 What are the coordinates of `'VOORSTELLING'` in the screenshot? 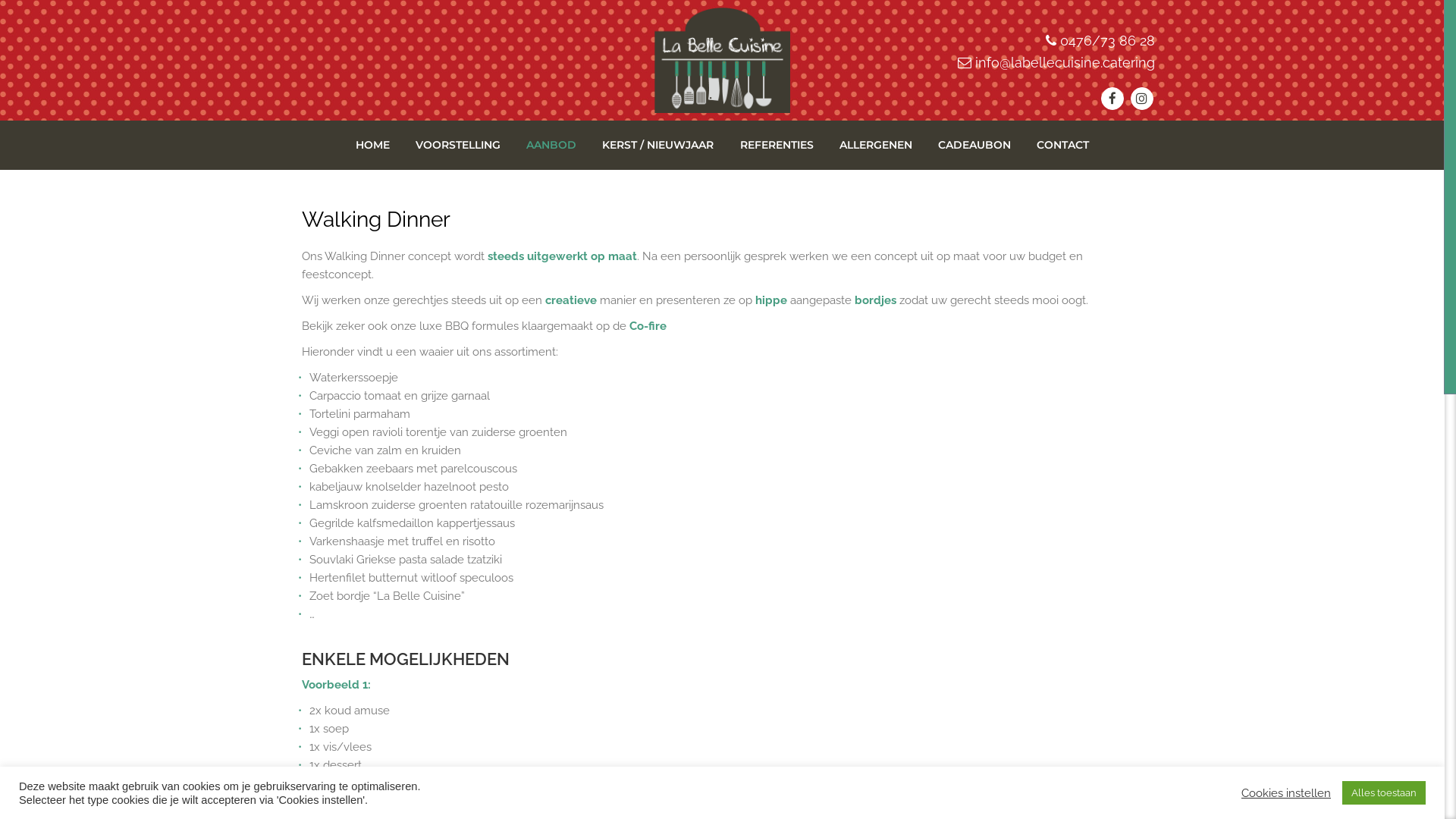 It's located at (457, 145).